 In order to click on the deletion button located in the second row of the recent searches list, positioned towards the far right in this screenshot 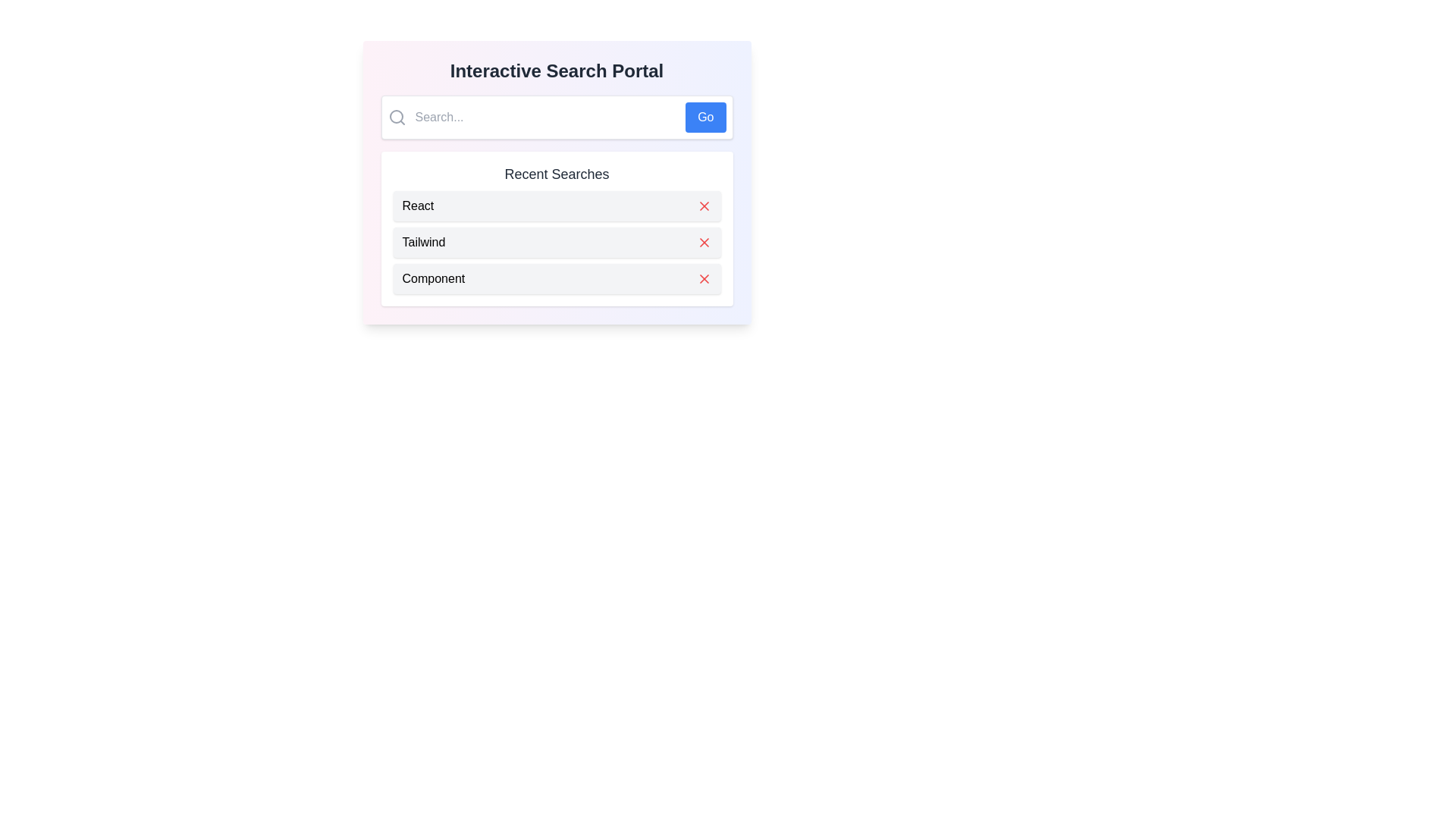, I will do `click(703, 242)`.